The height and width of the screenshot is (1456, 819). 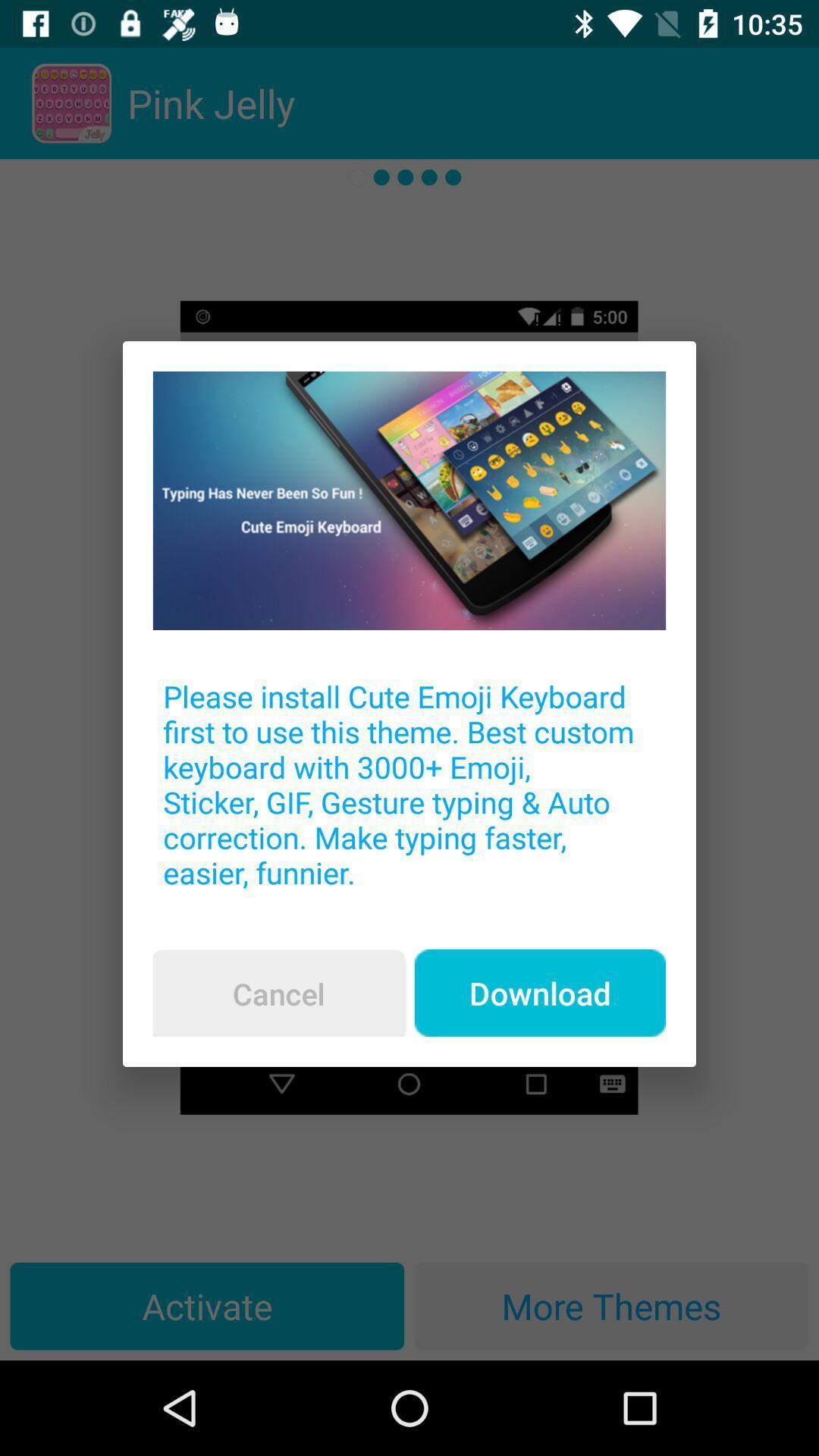 I want to click on download item, so click(x=539, y=993).